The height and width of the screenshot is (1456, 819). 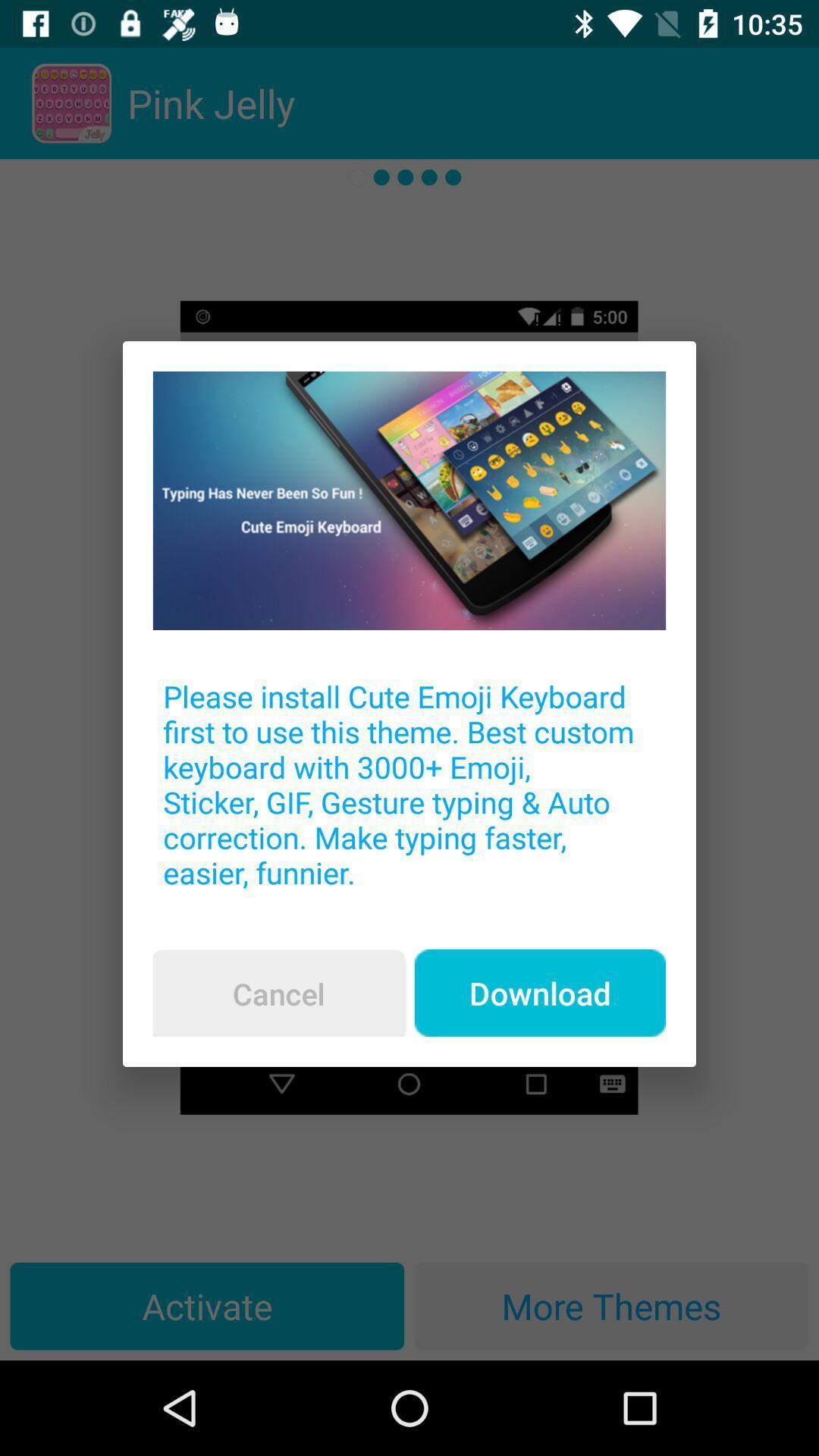 I want to click on download item, so click(x=539, y=993).